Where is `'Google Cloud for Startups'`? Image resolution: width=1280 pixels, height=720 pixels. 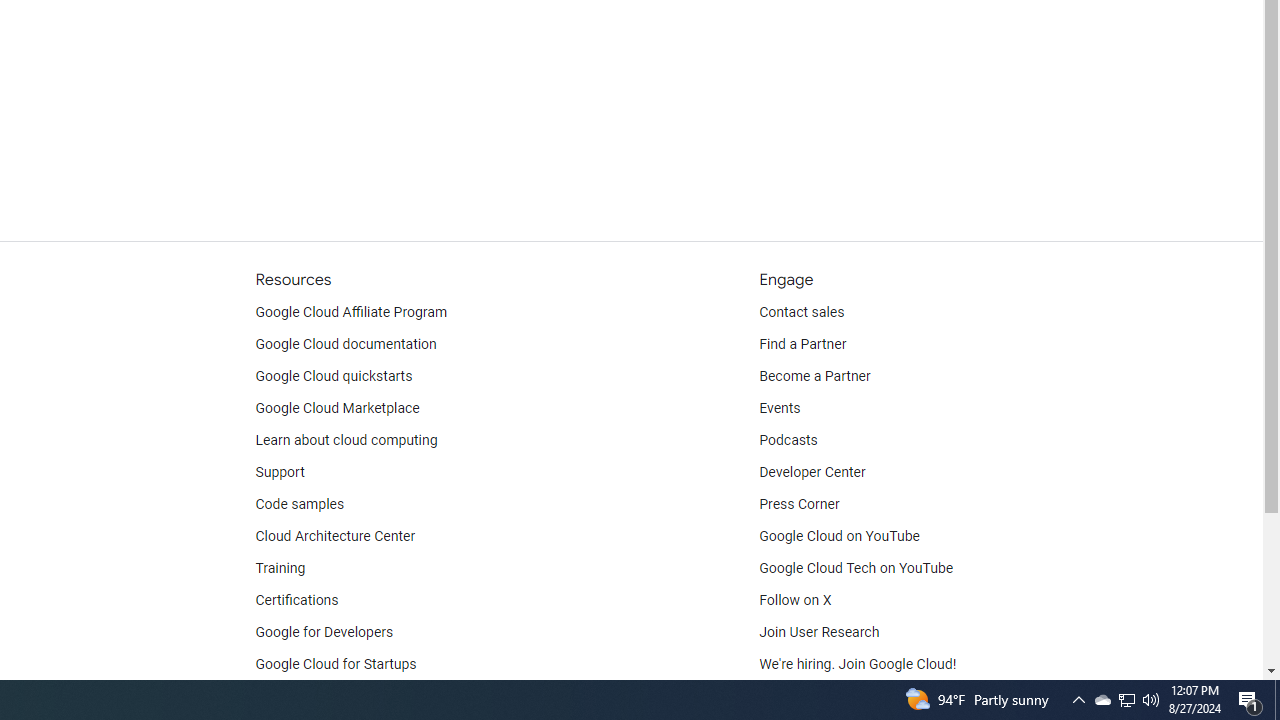 'Google Cloud for Startups' is located at coordinates (336, 664).